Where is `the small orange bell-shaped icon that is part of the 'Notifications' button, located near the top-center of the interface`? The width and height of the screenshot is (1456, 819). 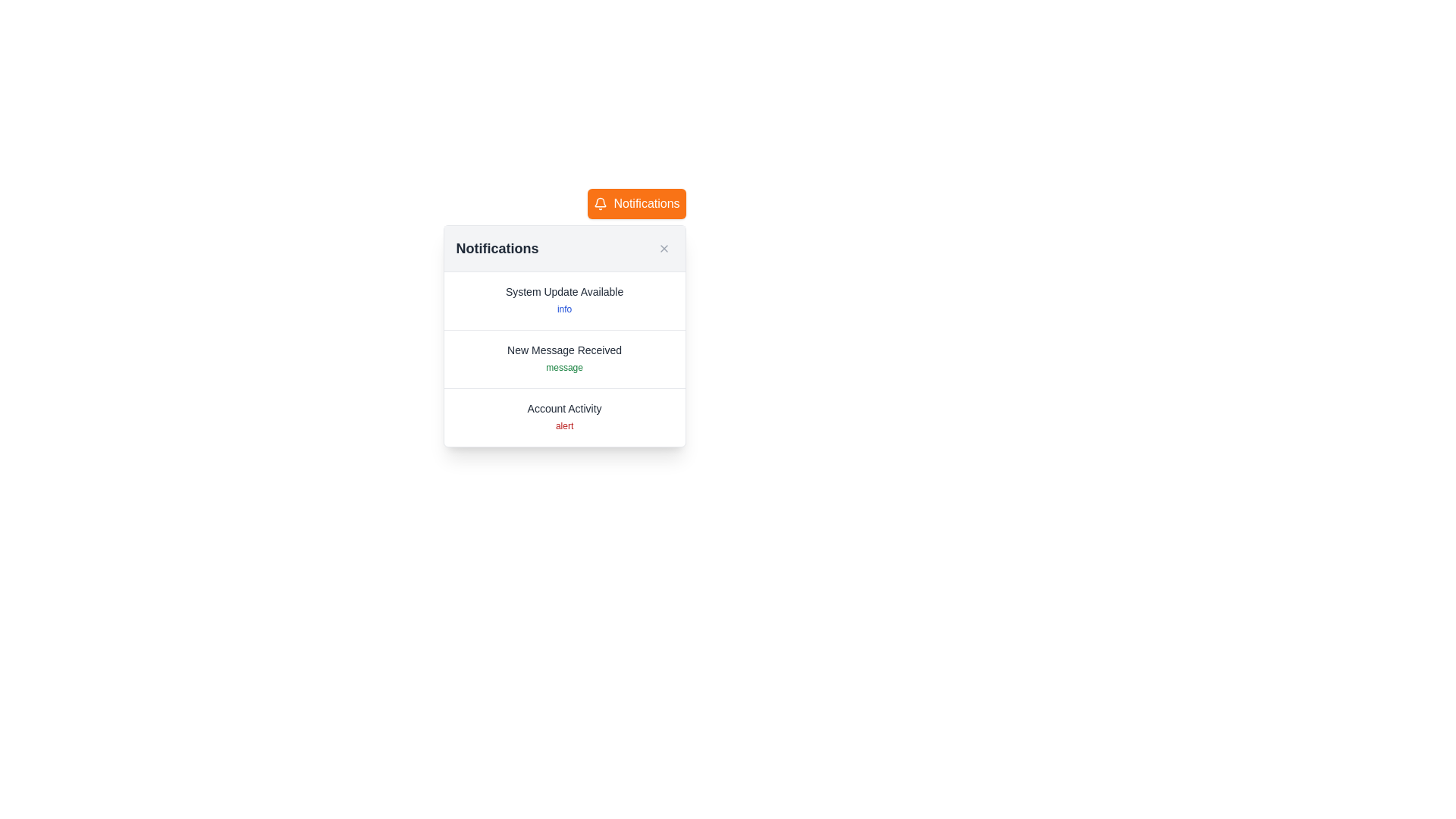
the small orange bell-shaped icon that is part of the 'Notifications' button, located near the top-center of the interface is located at coordinates (600, 203).